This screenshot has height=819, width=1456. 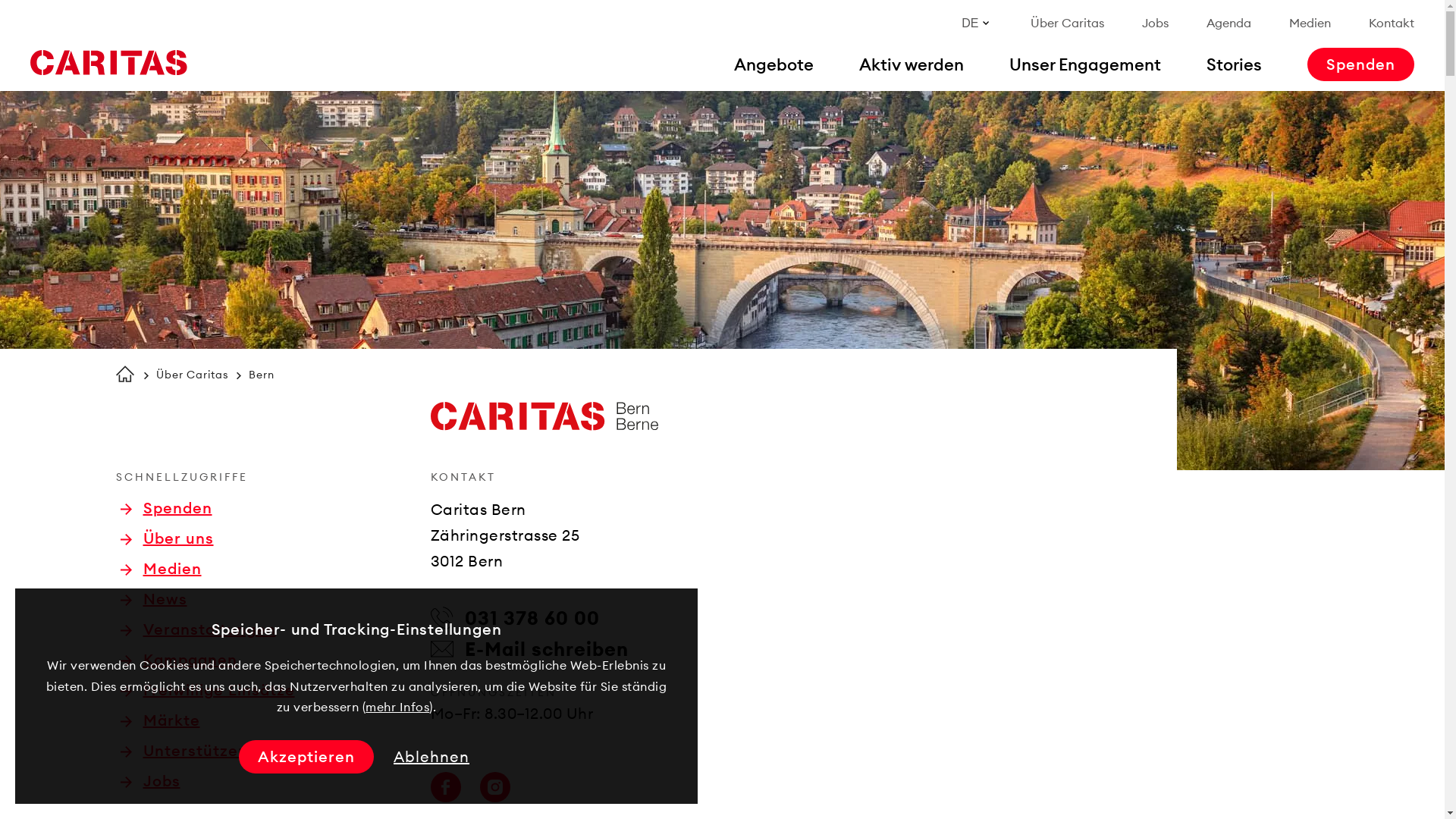 What do you see at coordinates (431, 757) in the screenshot?
I see `'Ablehnen'` at bounding box center [431, 757].